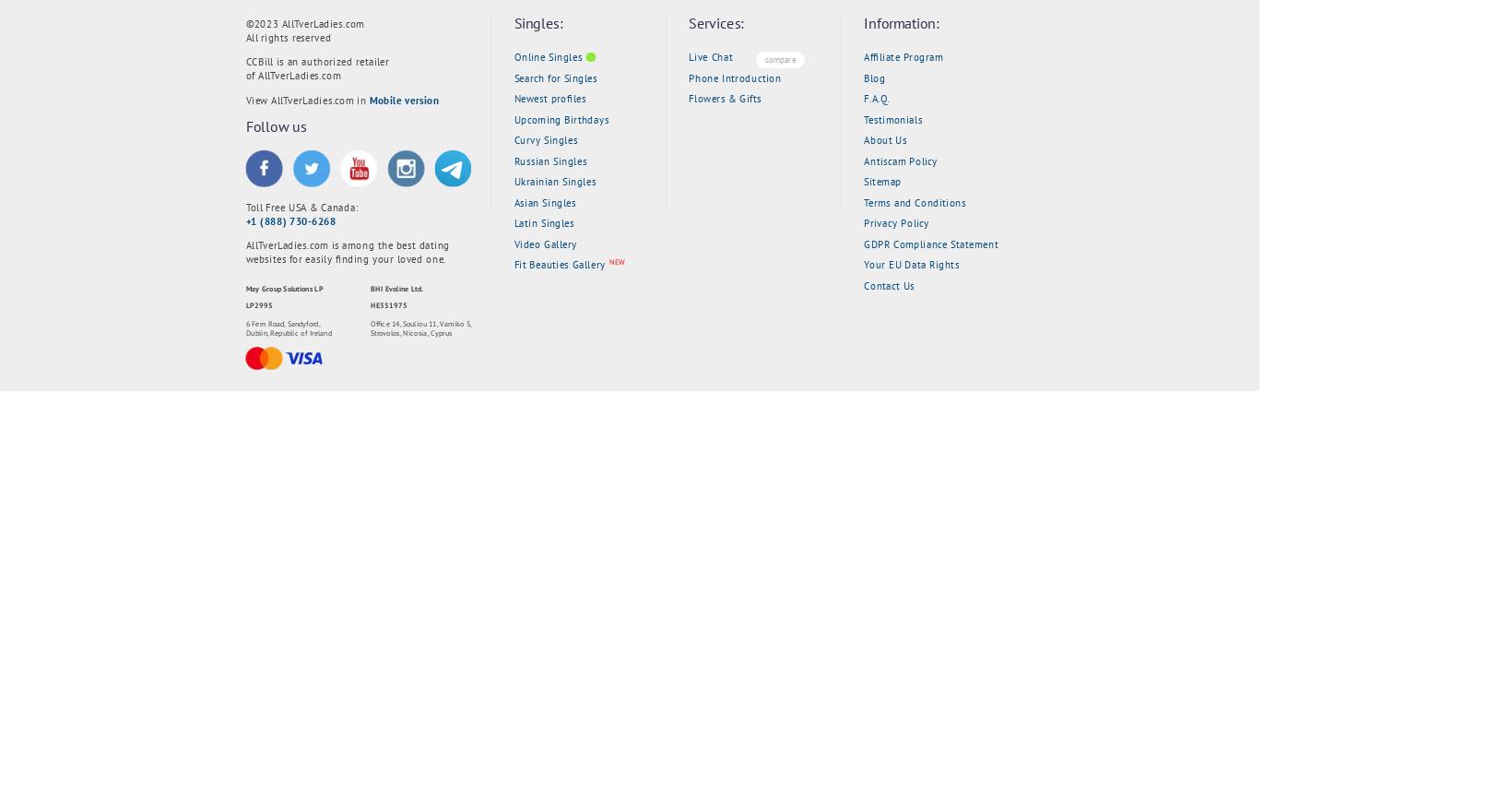  I want to click on 'Search for Singles', so click(555, 77).